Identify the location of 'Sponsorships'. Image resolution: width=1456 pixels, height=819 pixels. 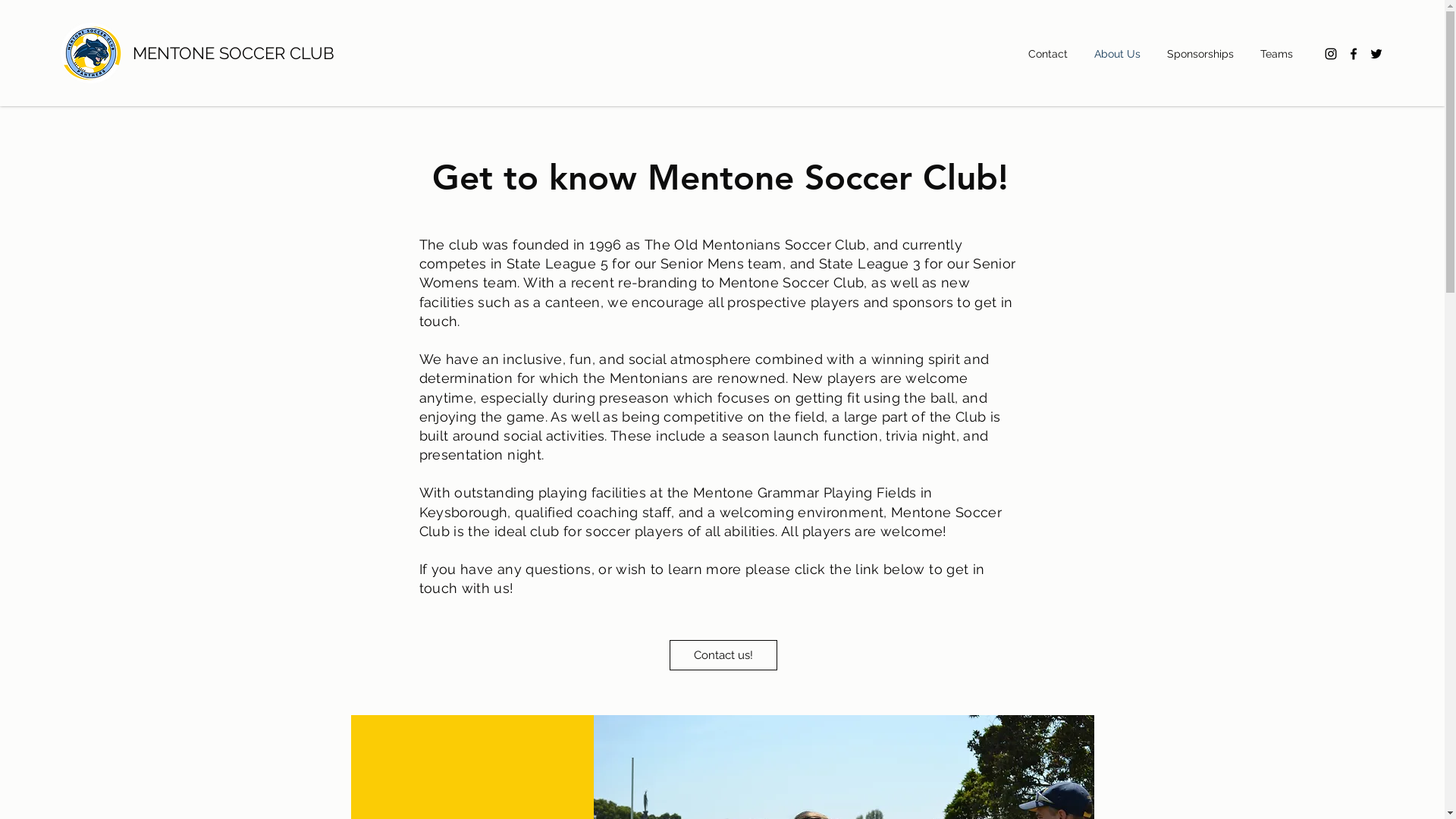
(1205, 52).